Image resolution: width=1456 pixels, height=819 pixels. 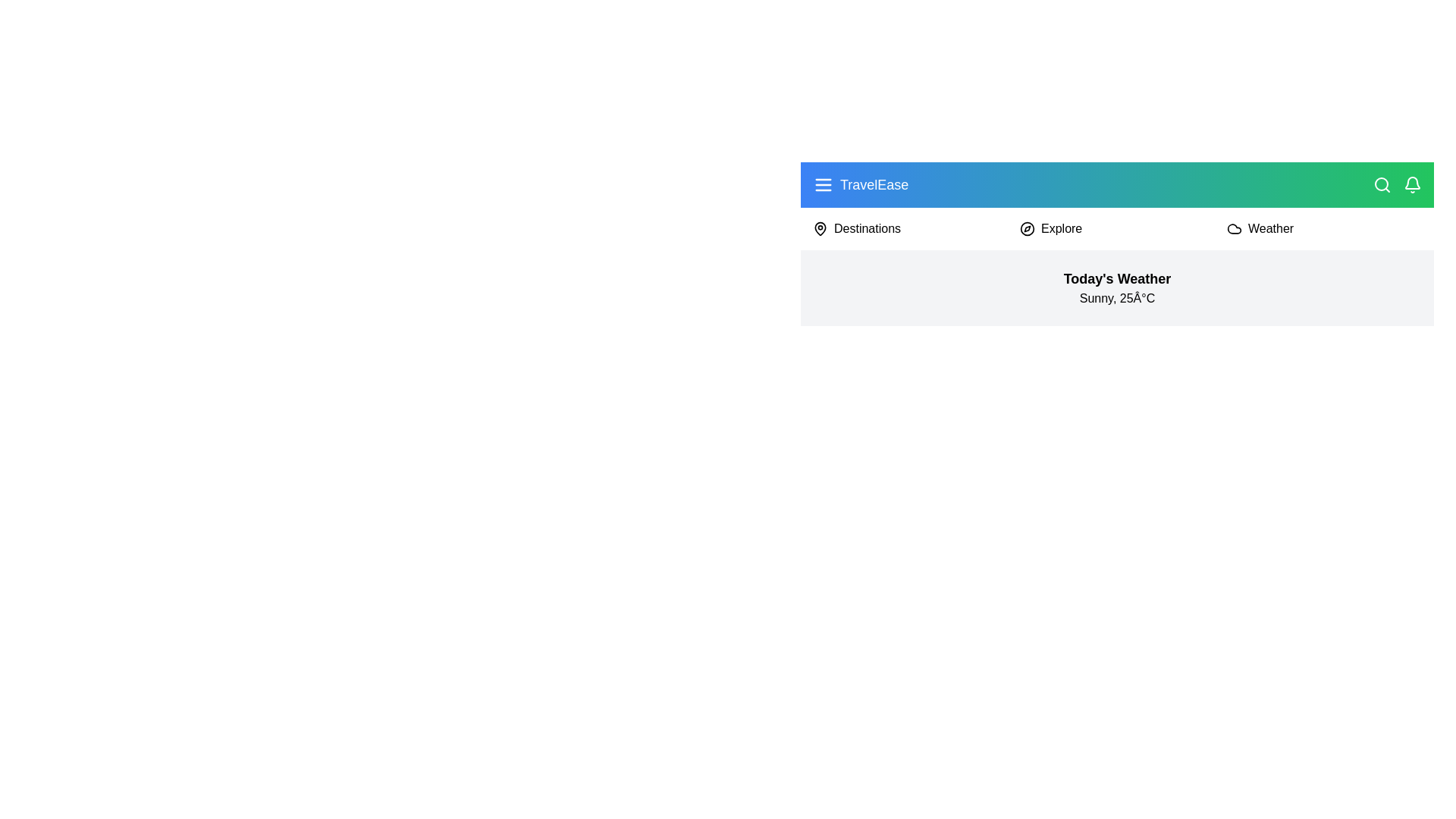 I want to click on the menu button to toggle the main menu visibility, so click(x=822, y=184).